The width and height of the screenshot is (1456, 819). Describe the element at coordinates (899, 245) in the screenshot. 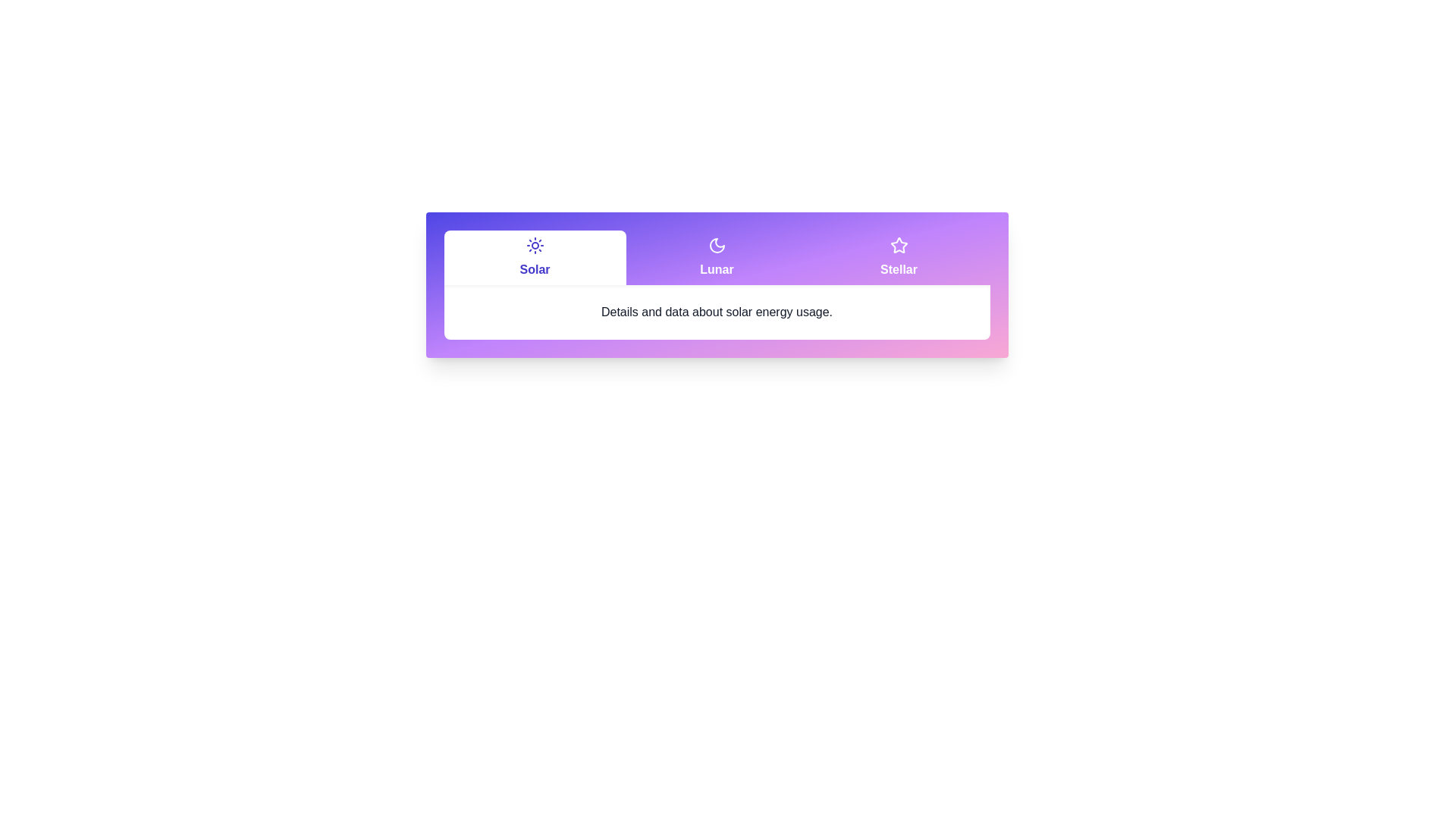

I see `the tab header icon corresponding to the Stellar tab` at that location.